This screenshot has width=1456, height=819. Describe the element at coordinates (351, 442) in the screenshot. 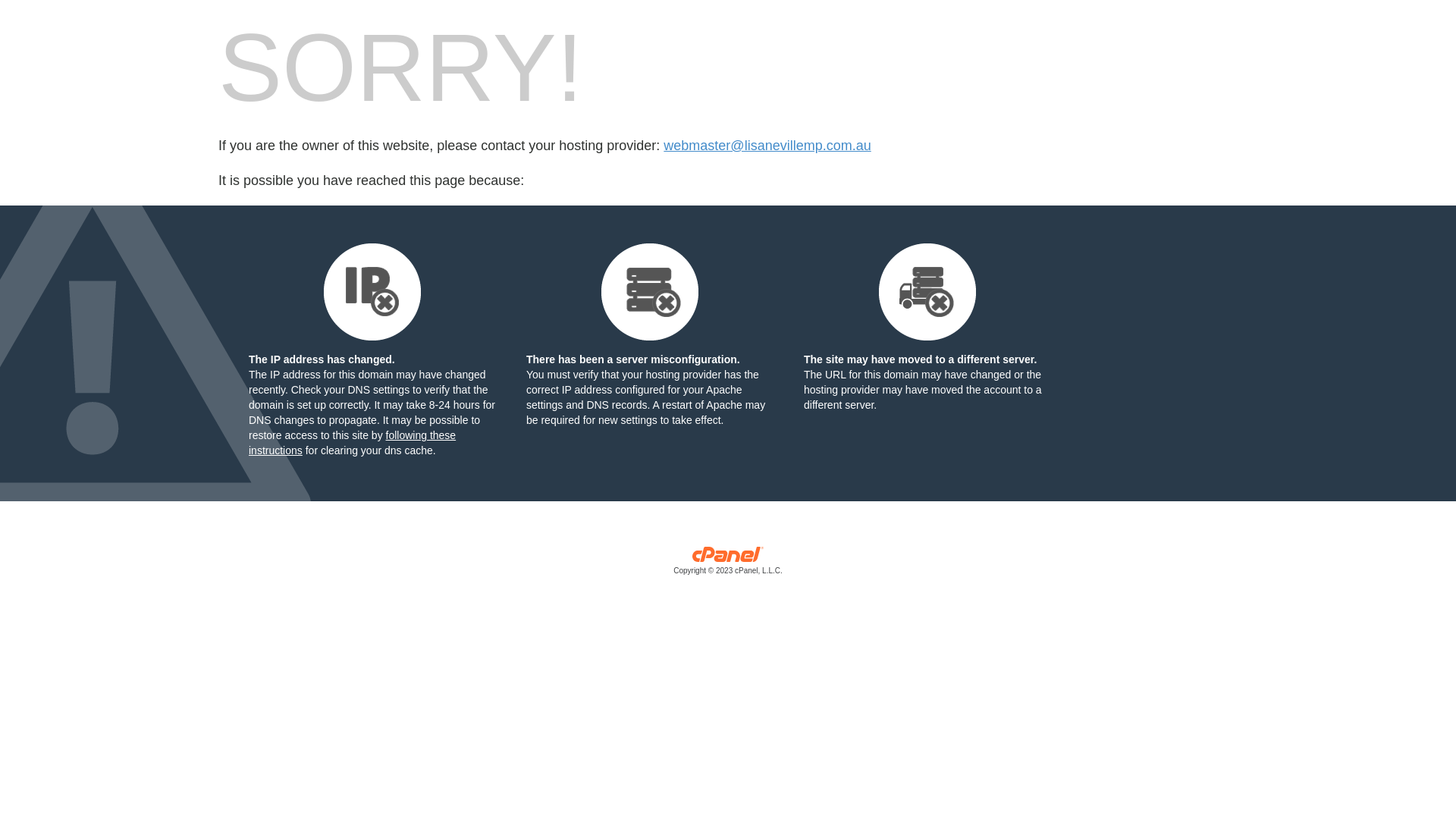

I see `'following these instructions'` at that location.